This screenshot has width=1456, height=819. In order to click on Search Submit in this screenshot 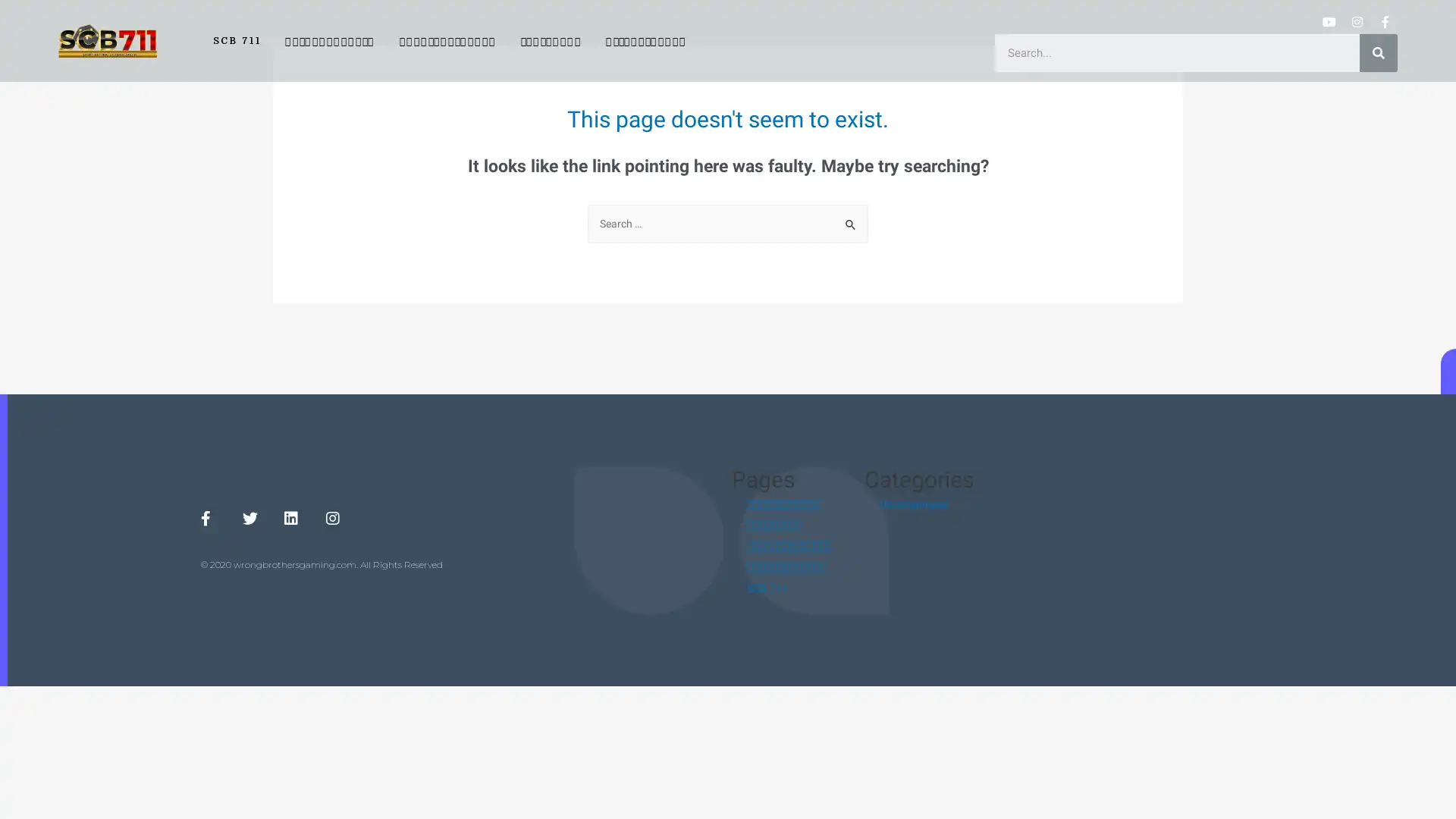, I will do `click(851, 225)`.